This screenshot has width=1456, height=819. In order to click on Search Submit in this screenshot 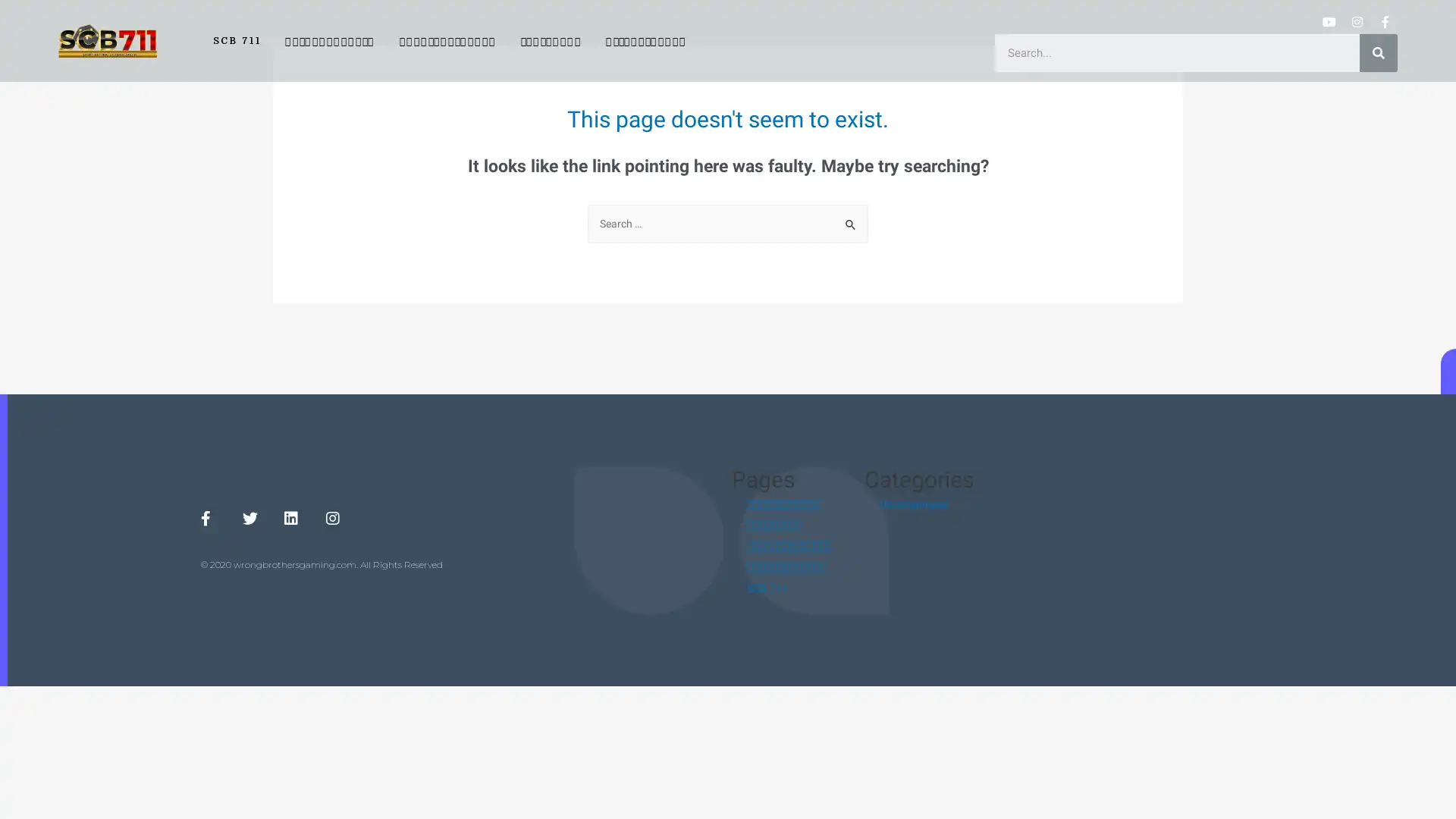, I will do `click(851, 225)`.